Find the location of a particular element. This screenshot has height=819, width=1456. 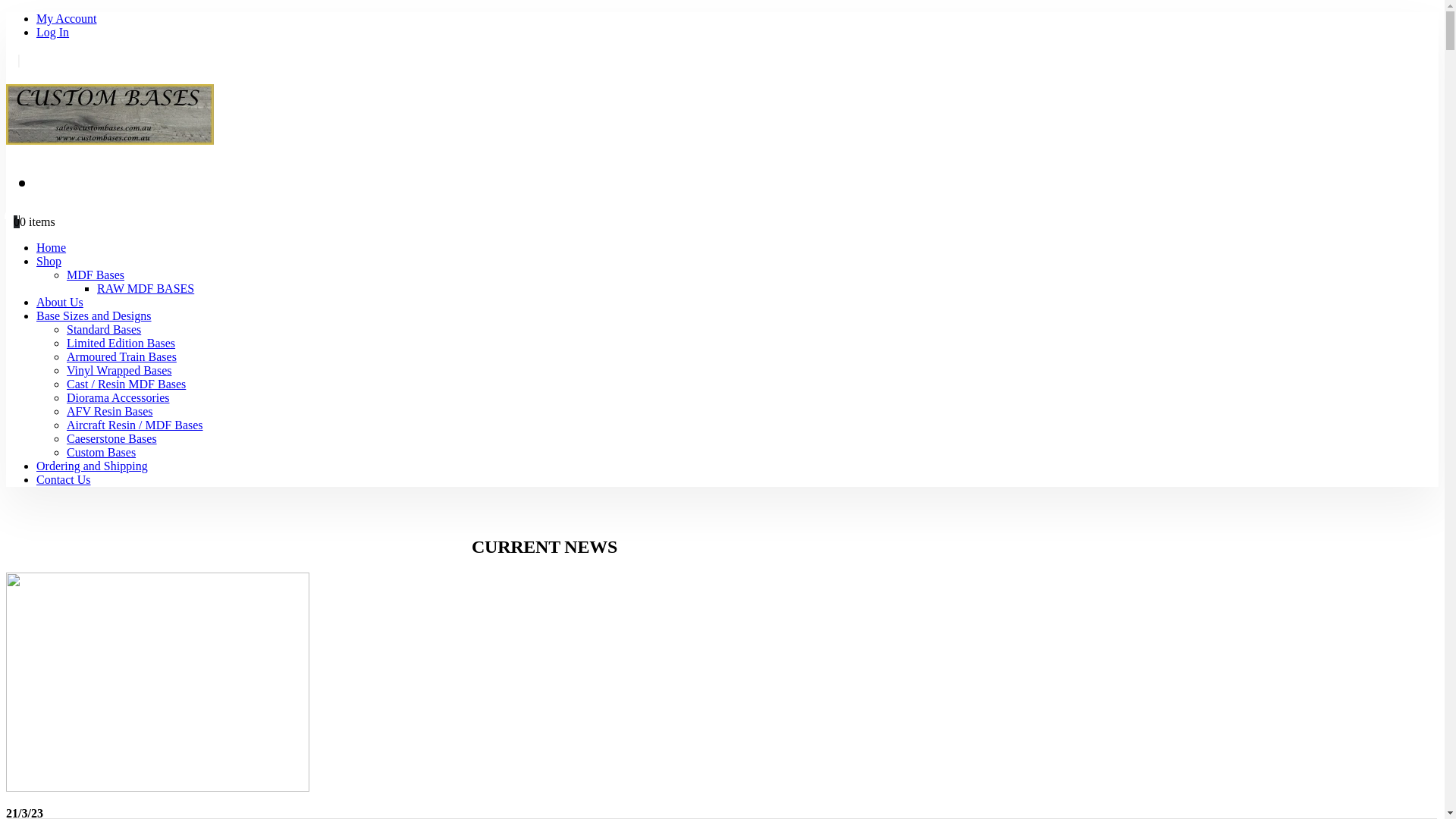

'Contact Us' is located at coordinates (62, 479).